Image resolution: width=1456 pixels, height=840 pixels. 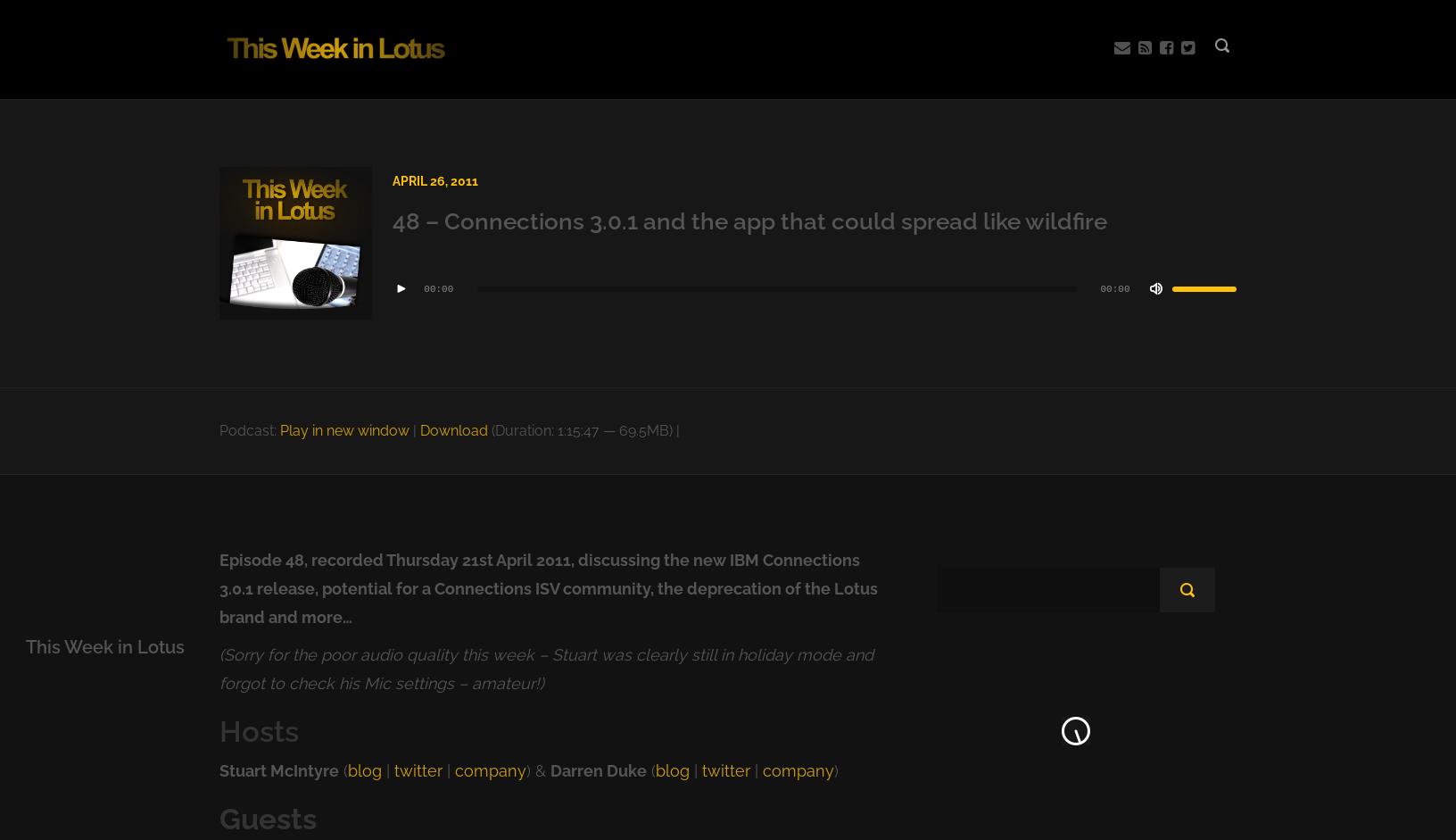 I want to click on '(Duration: 1:15:47 — 69.5MB) |', so click(x=583, y=429).